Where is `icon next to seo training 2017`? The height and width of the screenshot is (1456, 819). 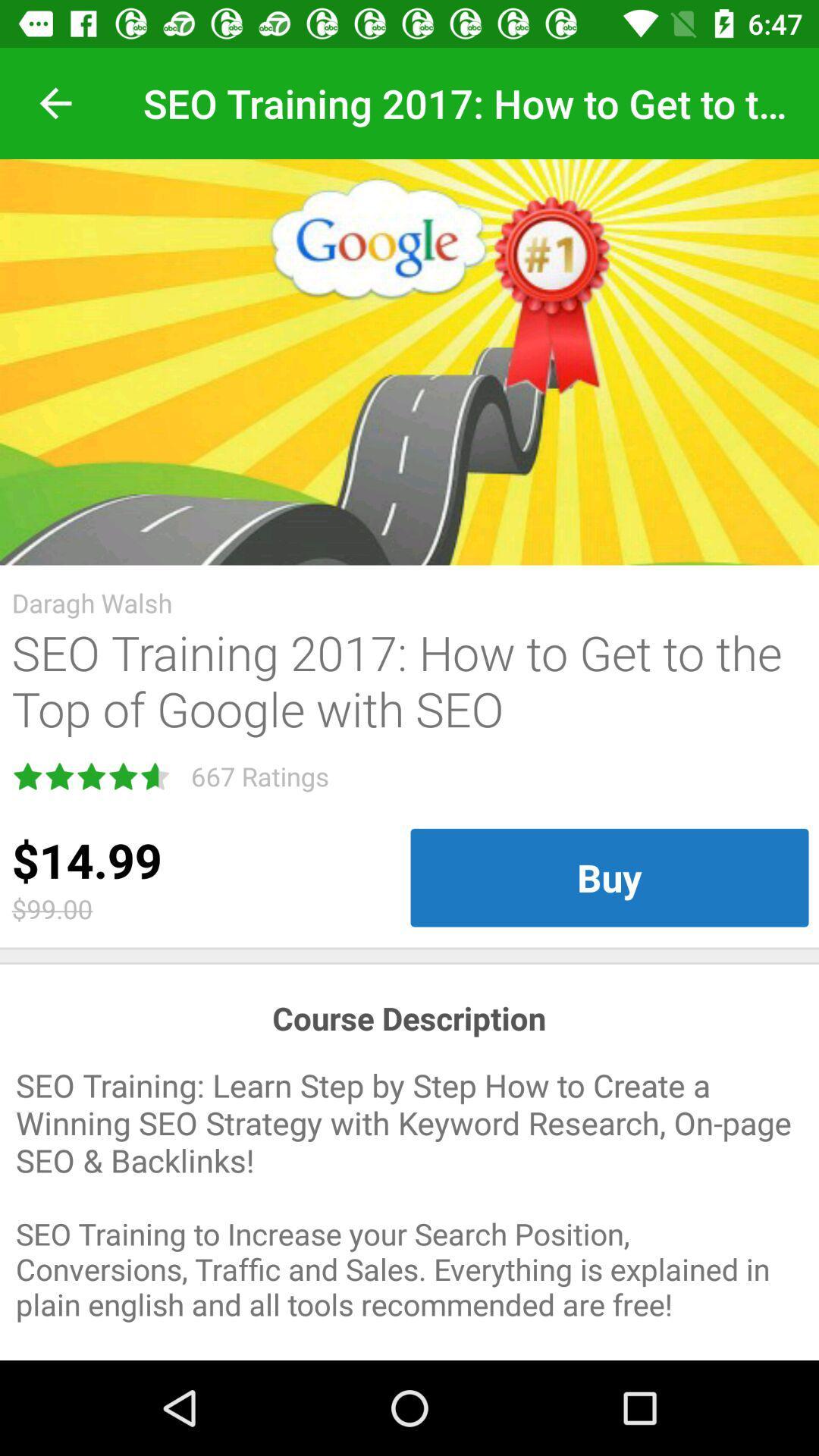
icon next to seo training 2017 is located at coordinates (55, 102).